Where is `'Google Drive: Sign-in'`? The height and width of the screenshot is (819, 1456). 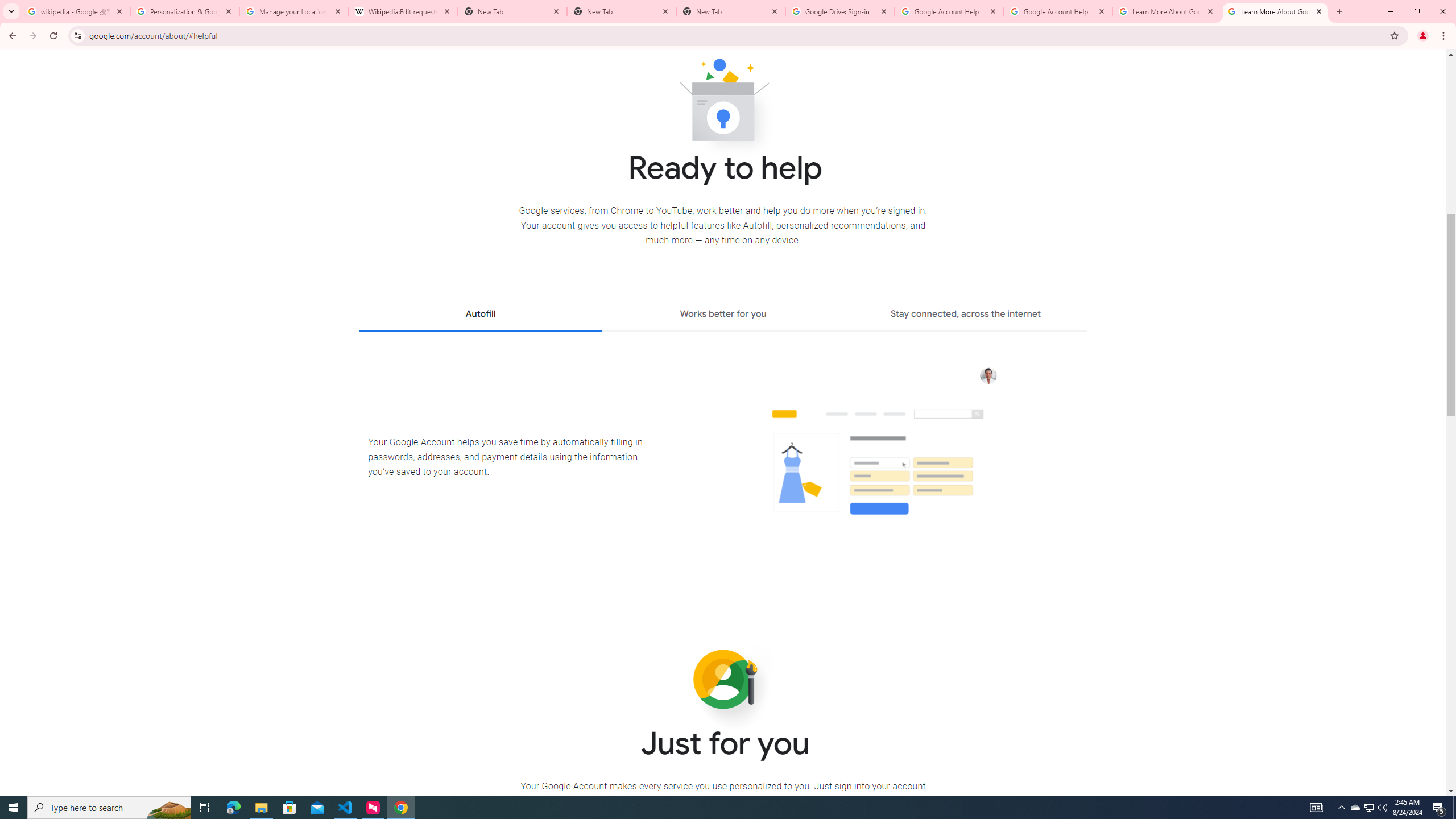 'Google Drive: Sign-in' is located at coordinates (839, 11).